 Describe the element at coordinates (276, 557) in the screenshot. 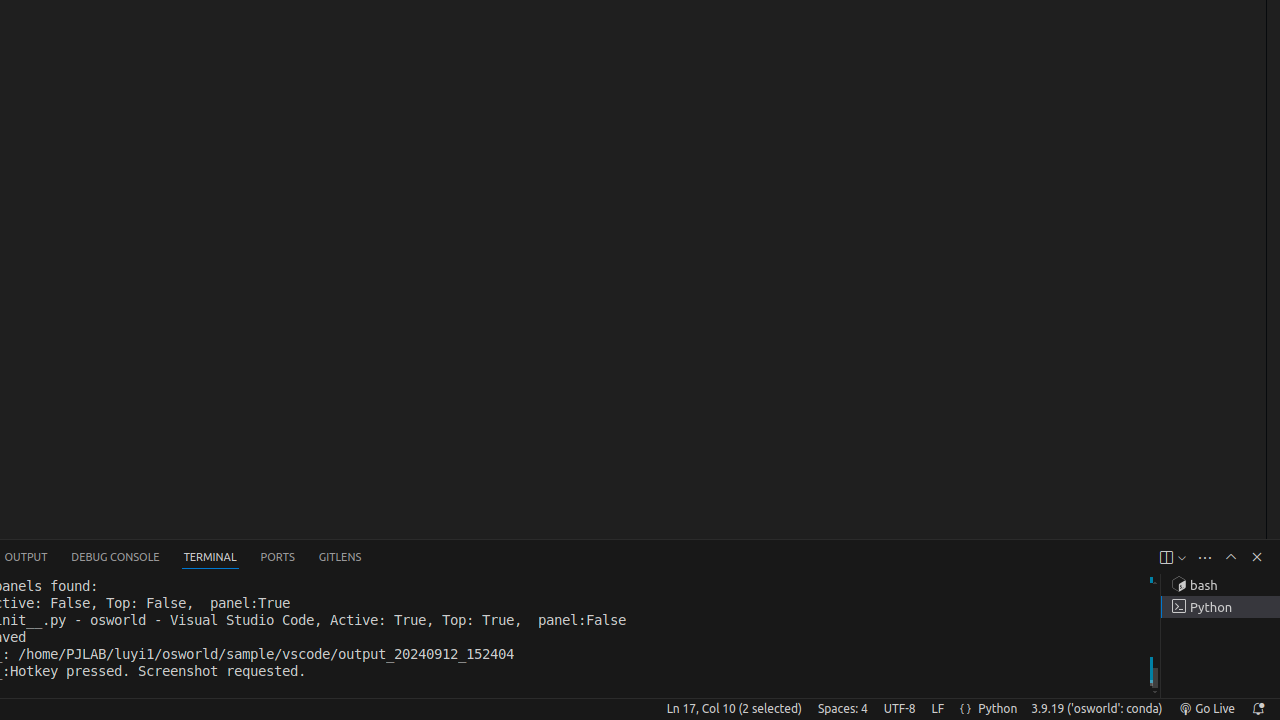

I see `'Ports'` at that location.